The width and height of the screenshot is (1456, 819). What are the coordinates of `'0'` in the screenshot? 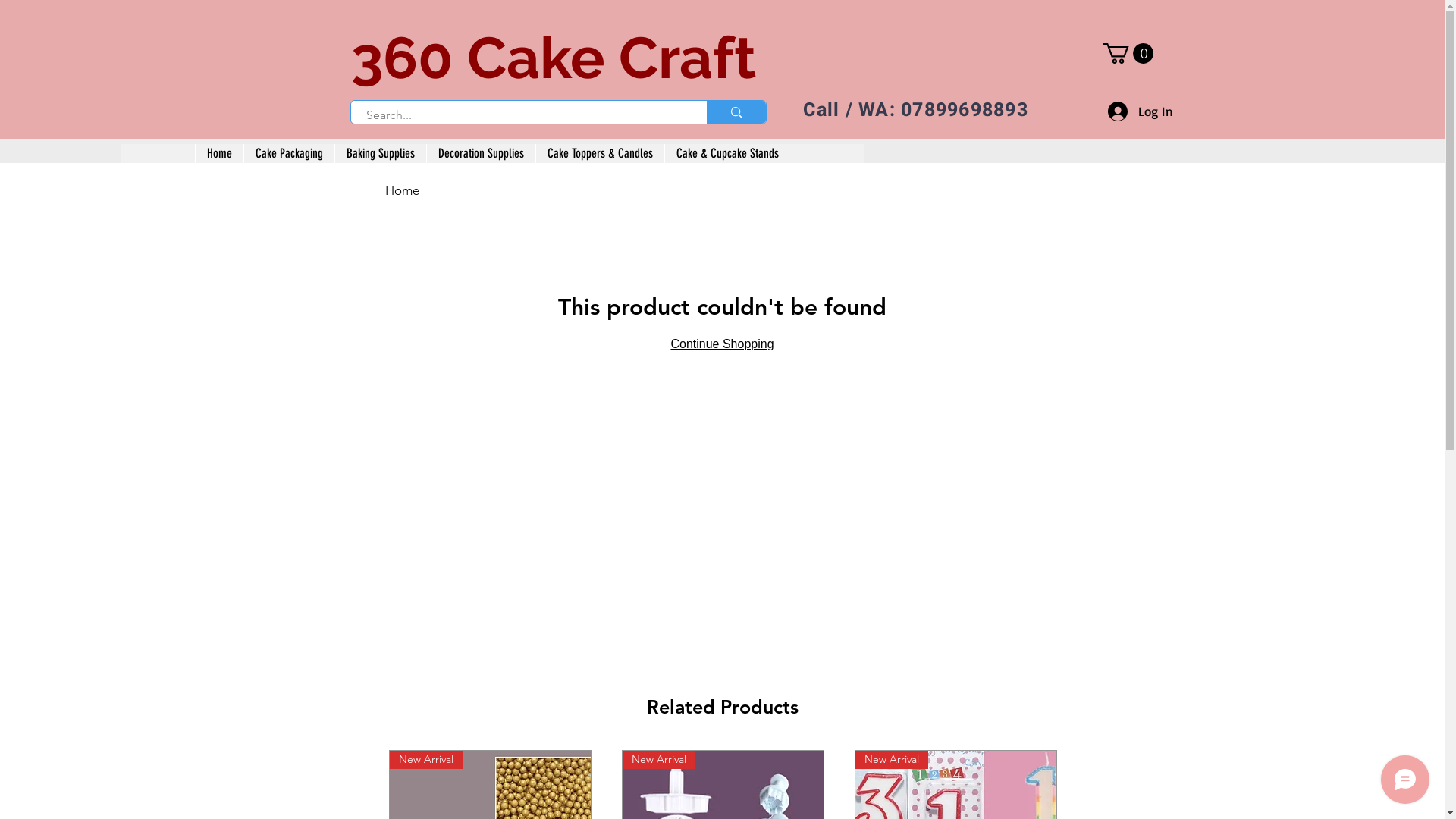 It's located at (1103, 52).